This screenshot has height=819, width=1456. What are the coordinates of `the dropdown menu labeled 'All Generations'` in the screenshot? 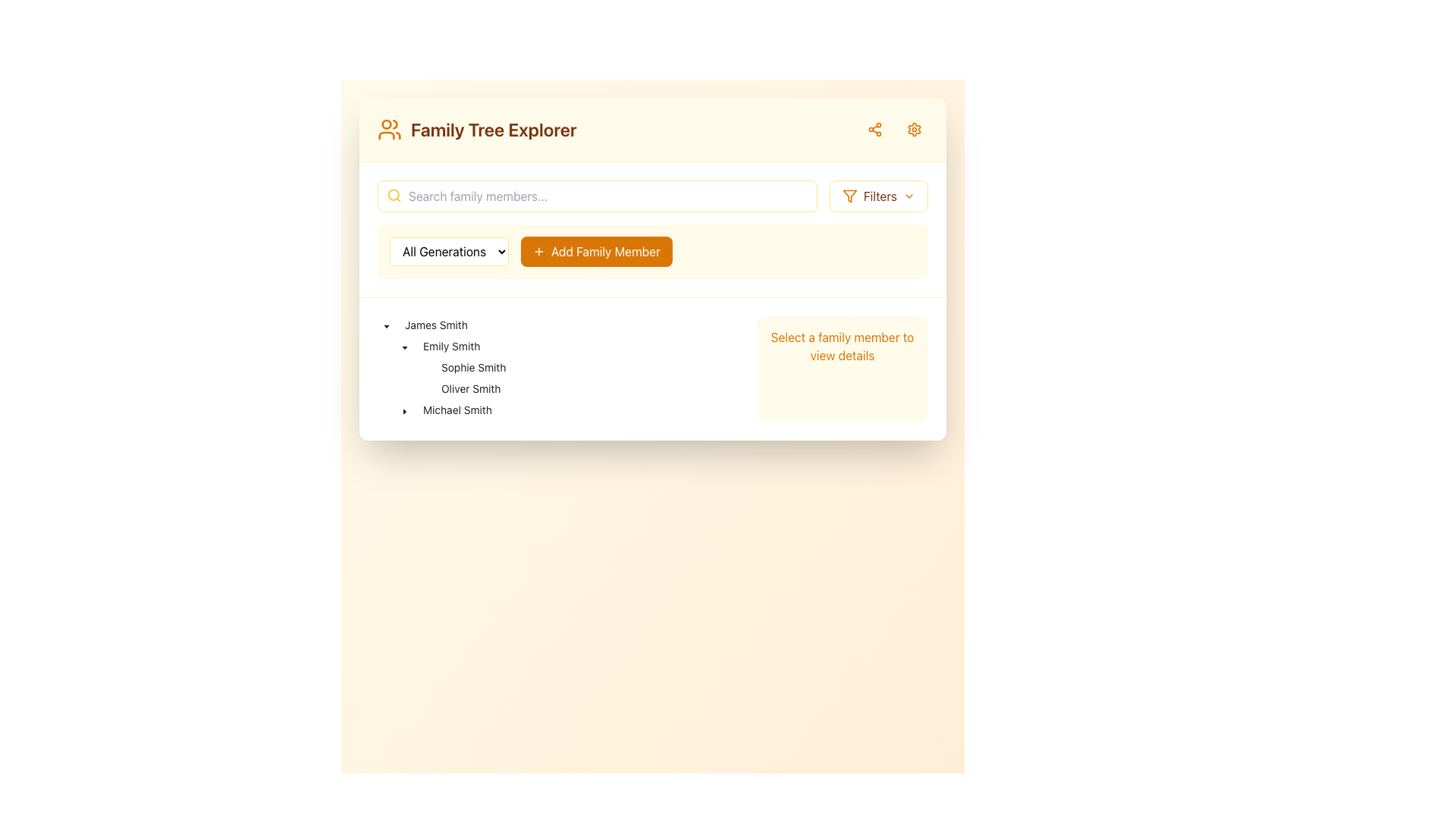 It's located at (448, 250).